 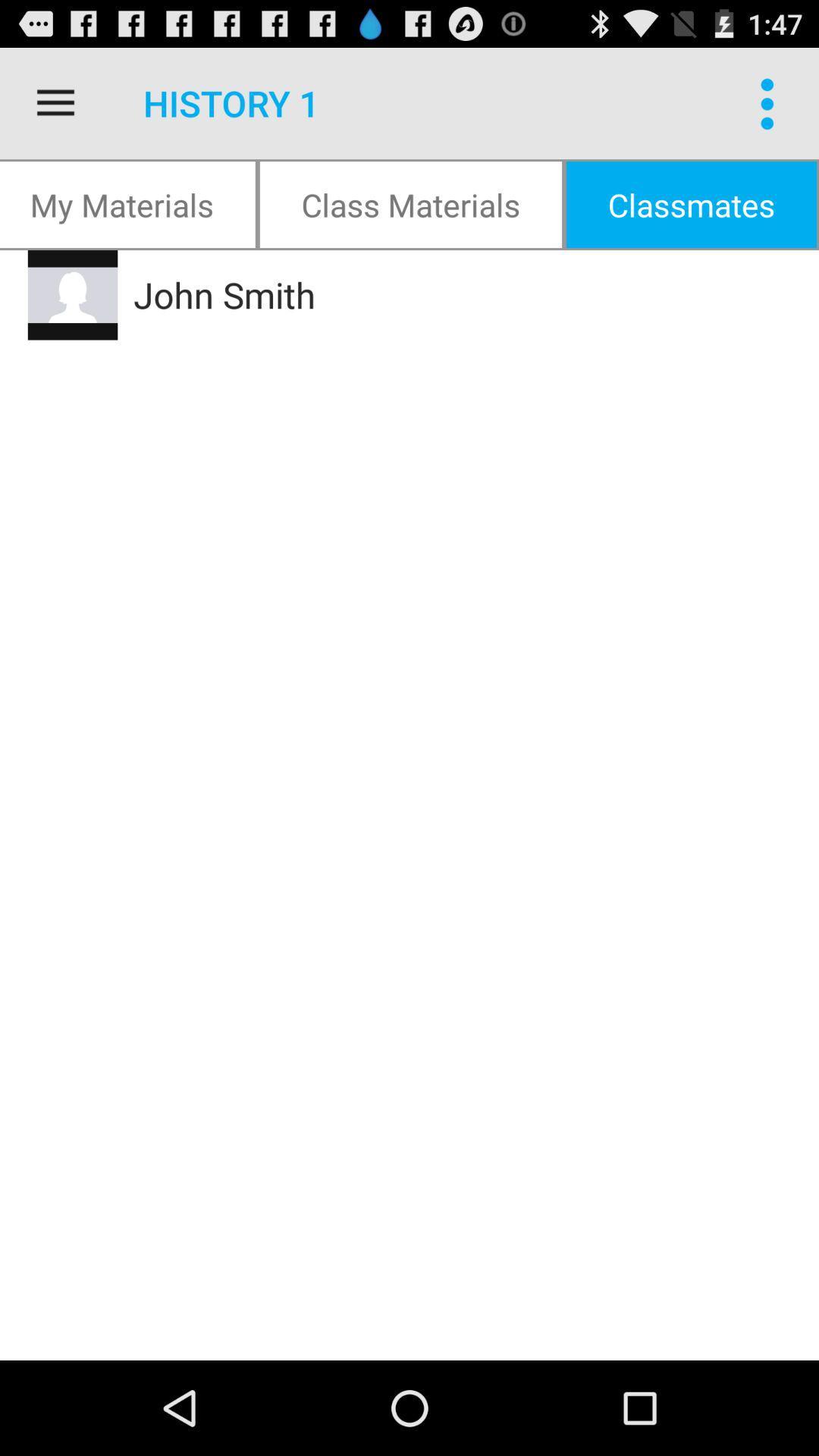 What do you see at coordinates (427, 295) in the screenshot?
I see `the john smith icon` at bounding box center [427, 295].